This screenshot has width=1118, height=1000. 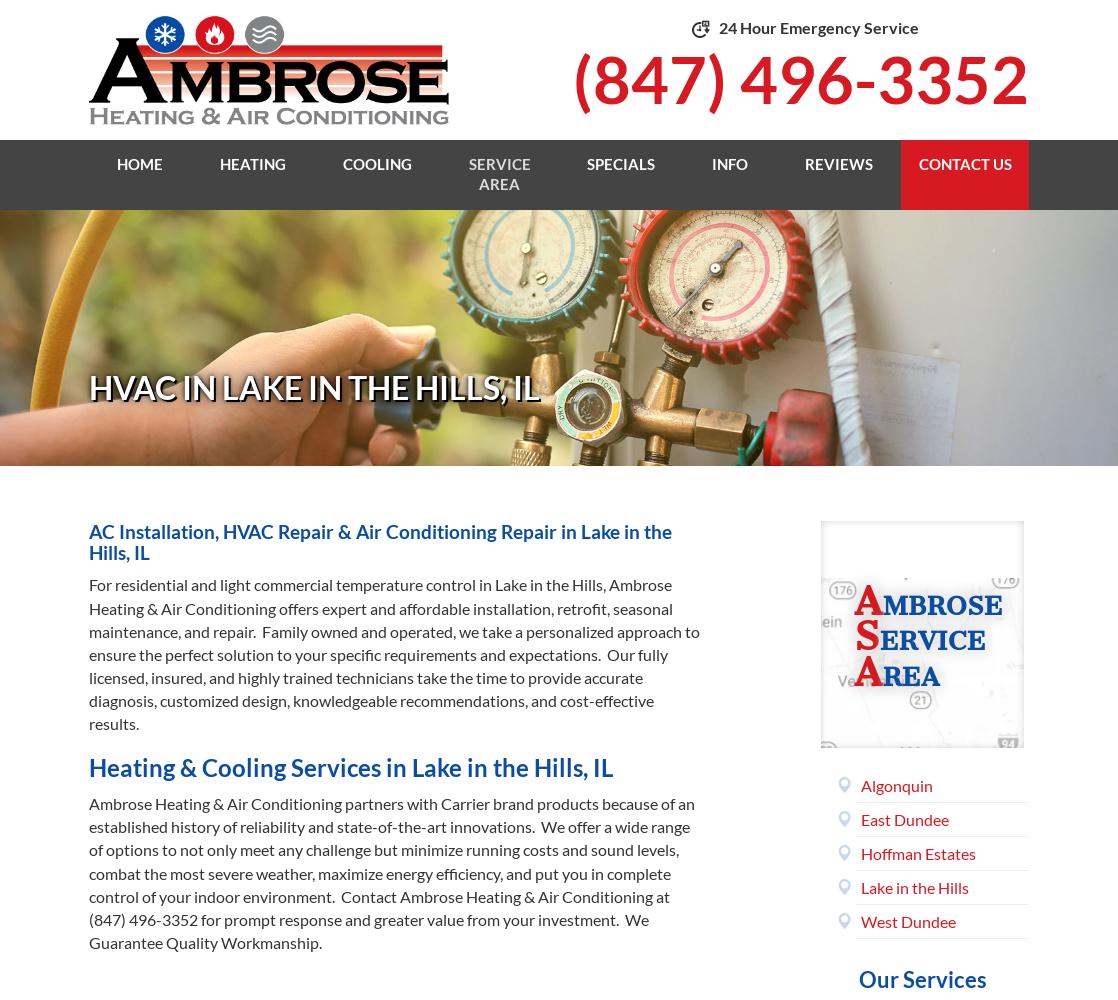 What do you see at coordinates (253, 163) in the screenshot?
I see `'Heating'` at bounding box center [253, 163].